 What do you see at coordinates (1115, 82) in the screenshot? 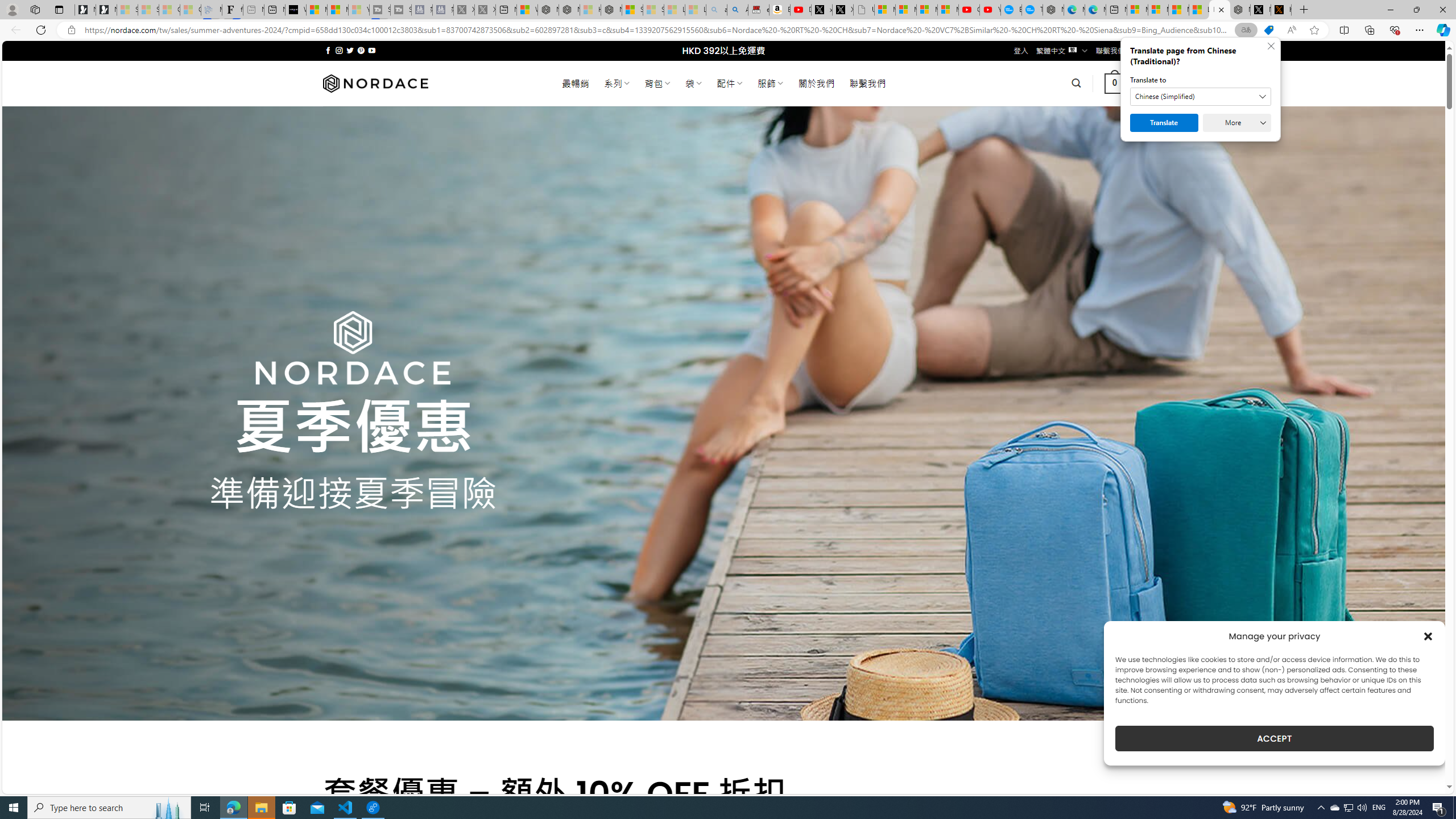
I see `'  0  '` at bounding box center [1115, 82].